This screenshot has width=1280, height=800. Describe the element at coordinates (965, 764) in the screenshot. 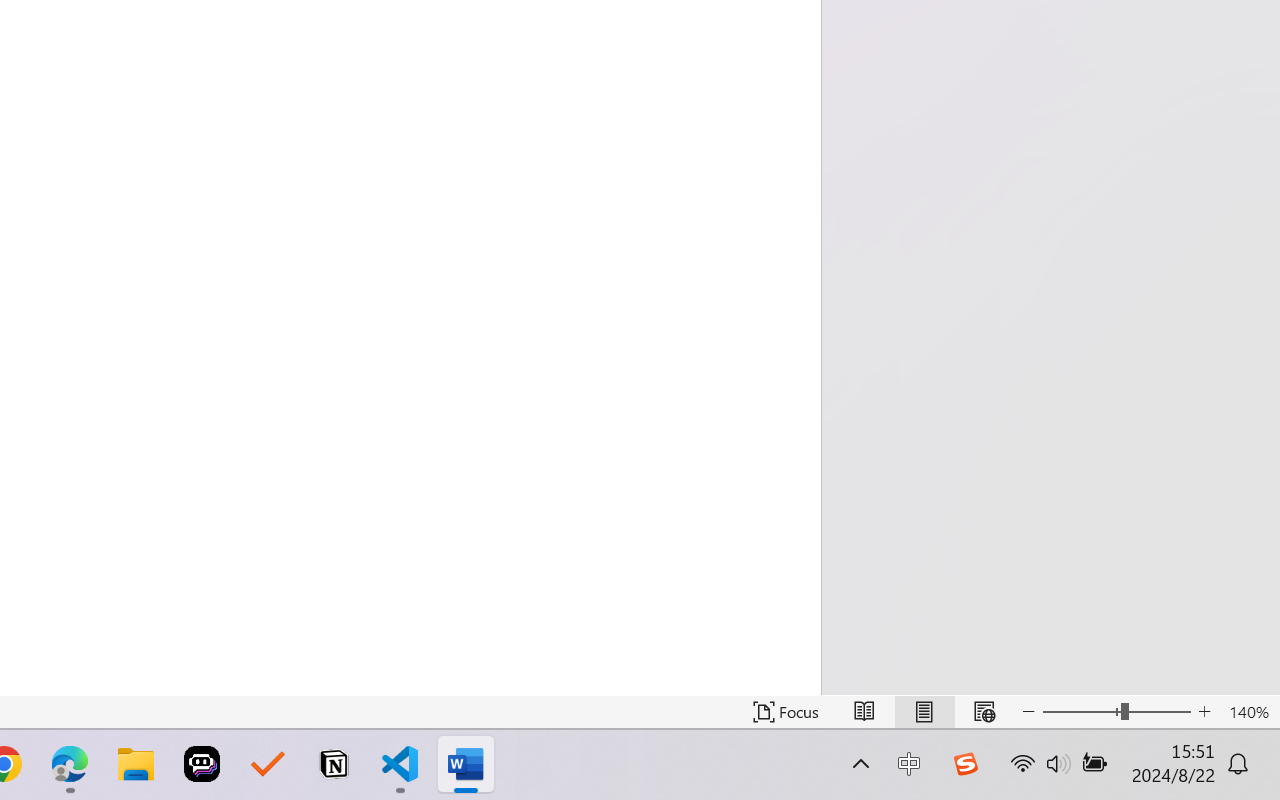

I see `'Class: Image'` at that location.